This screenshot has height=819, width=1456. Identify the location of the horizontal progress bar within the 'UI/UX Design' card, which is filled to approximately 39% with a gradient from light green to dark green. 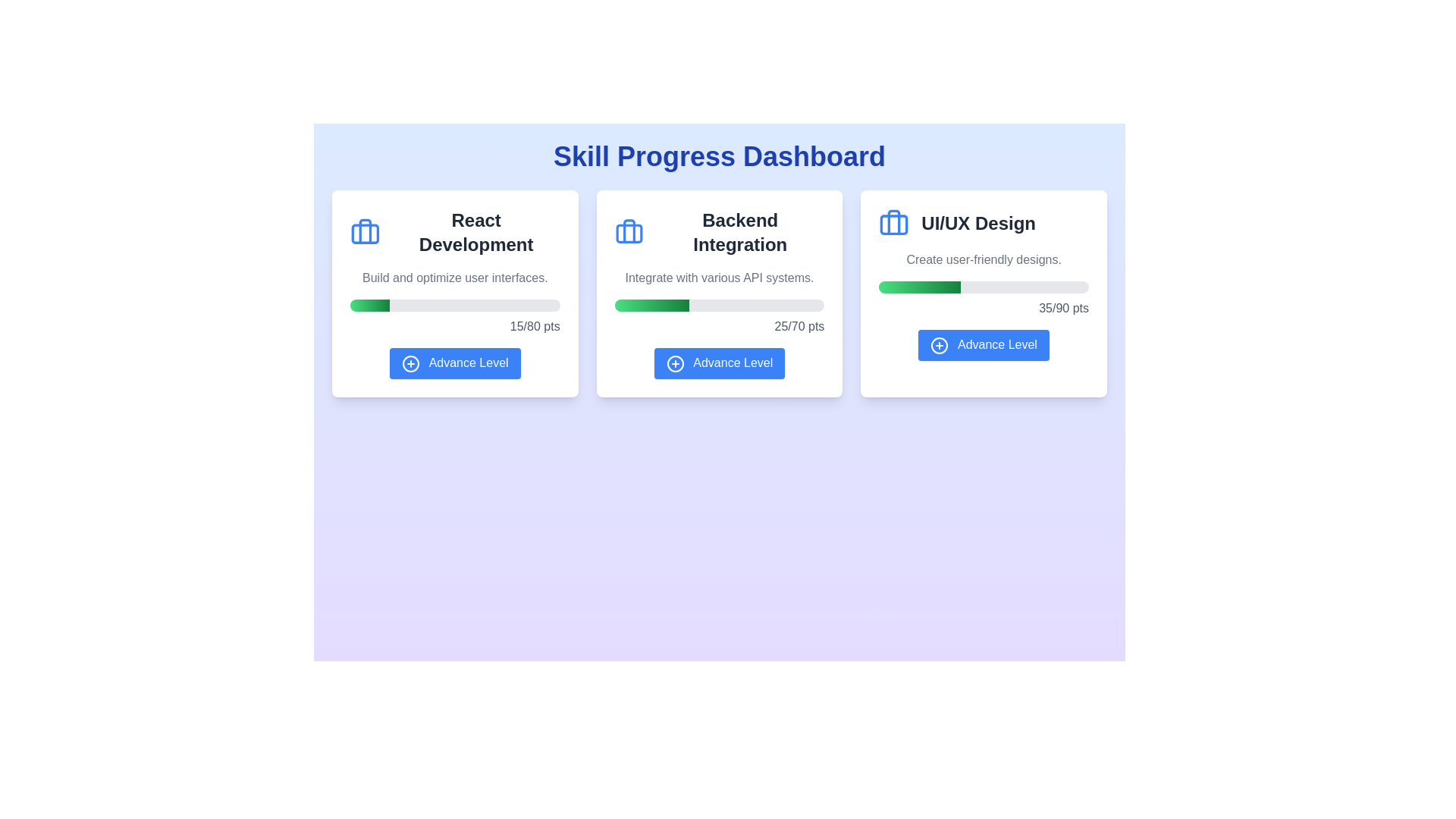
(984, 287).